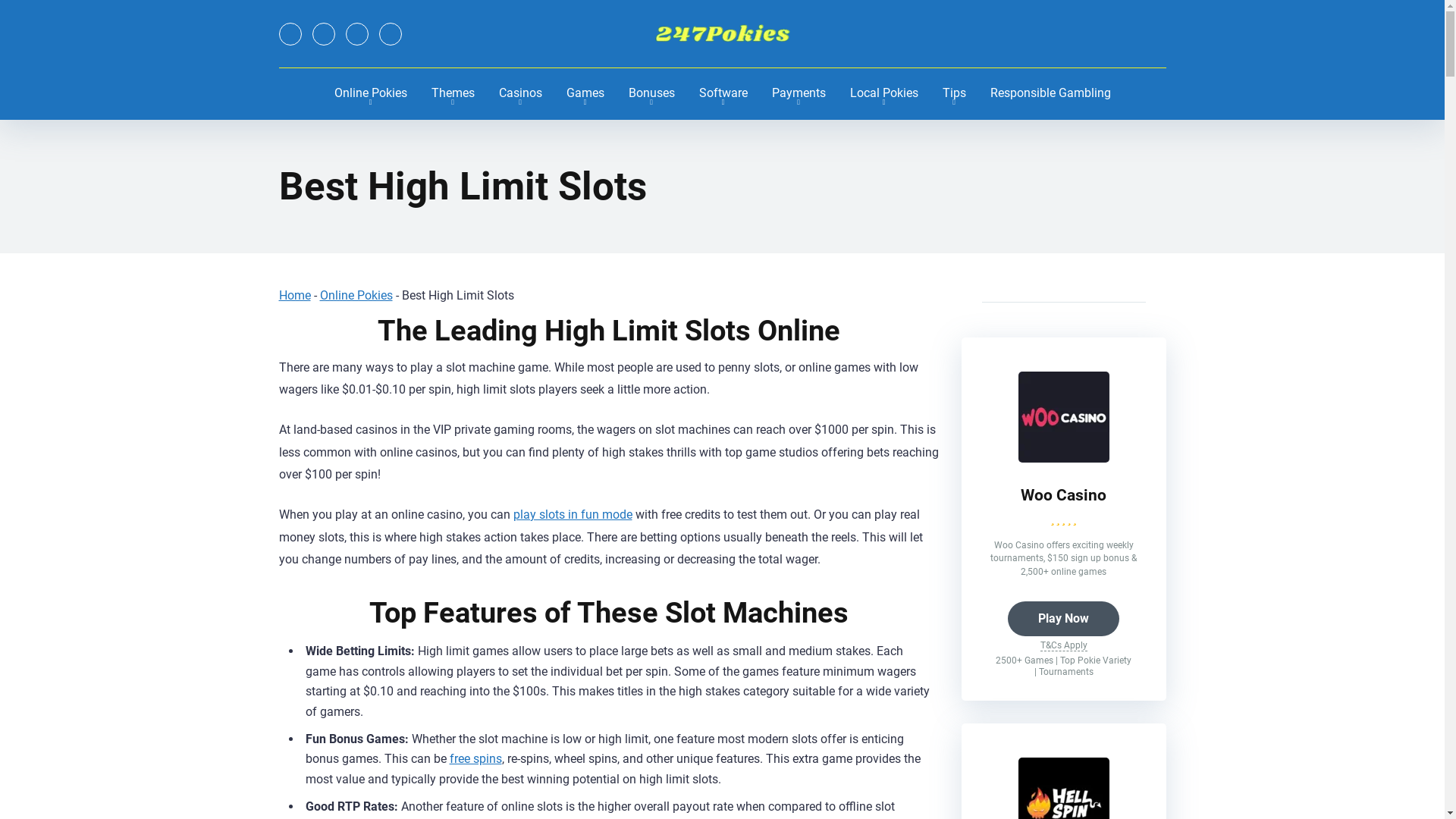  What do you see at coordinates (798, 93) in the screenshot?
I see `'Payments'` at bounding box center [798, 93].